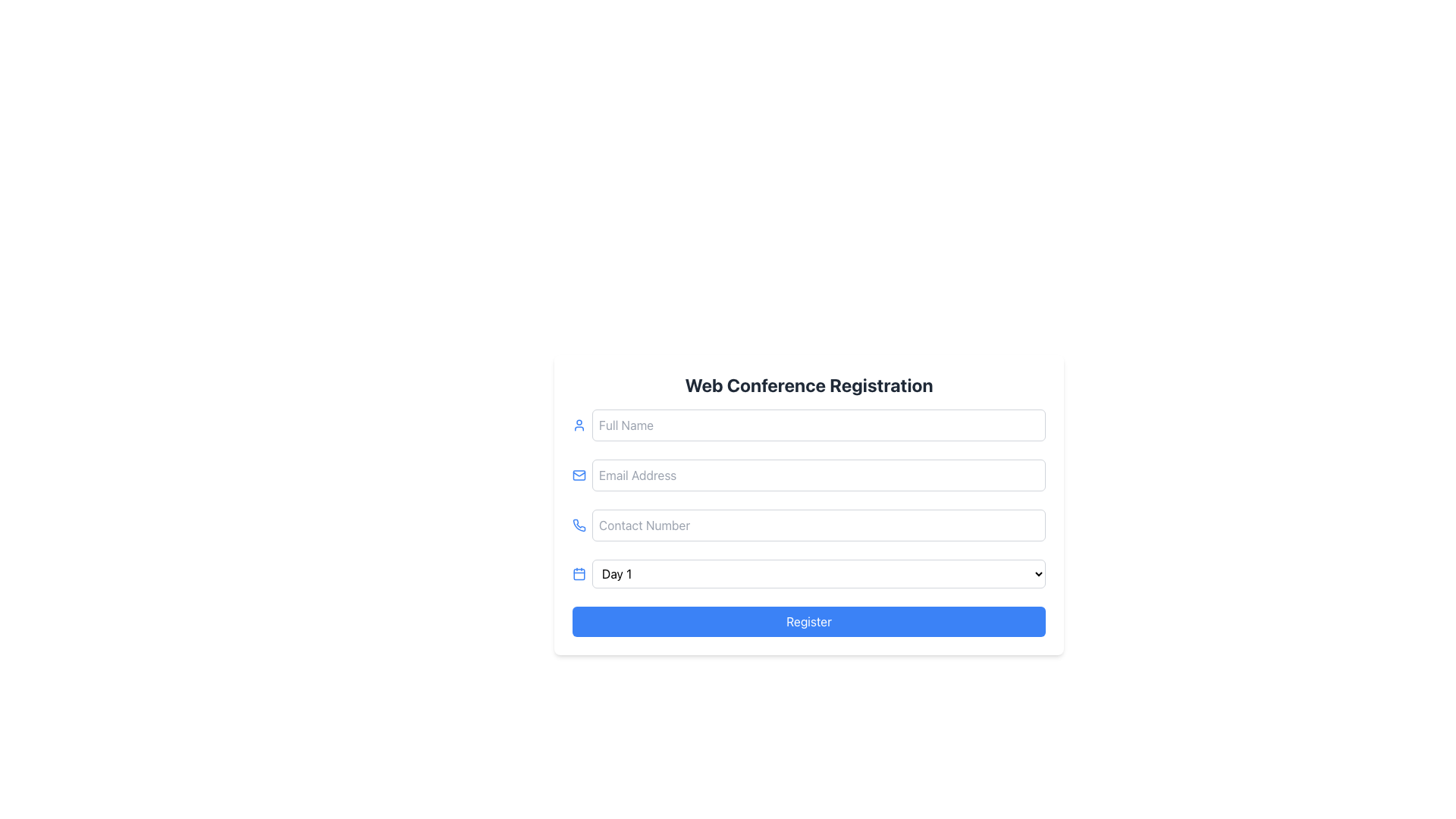 Image resolution: width=1456 pixels, height=819 pixels. Describe the element at coordinates (578, 525) in the screenshot. I see `the phone icon, which is the leftmost icon in a horizontal layout associated with the 'Contact Number' input field` at that location.